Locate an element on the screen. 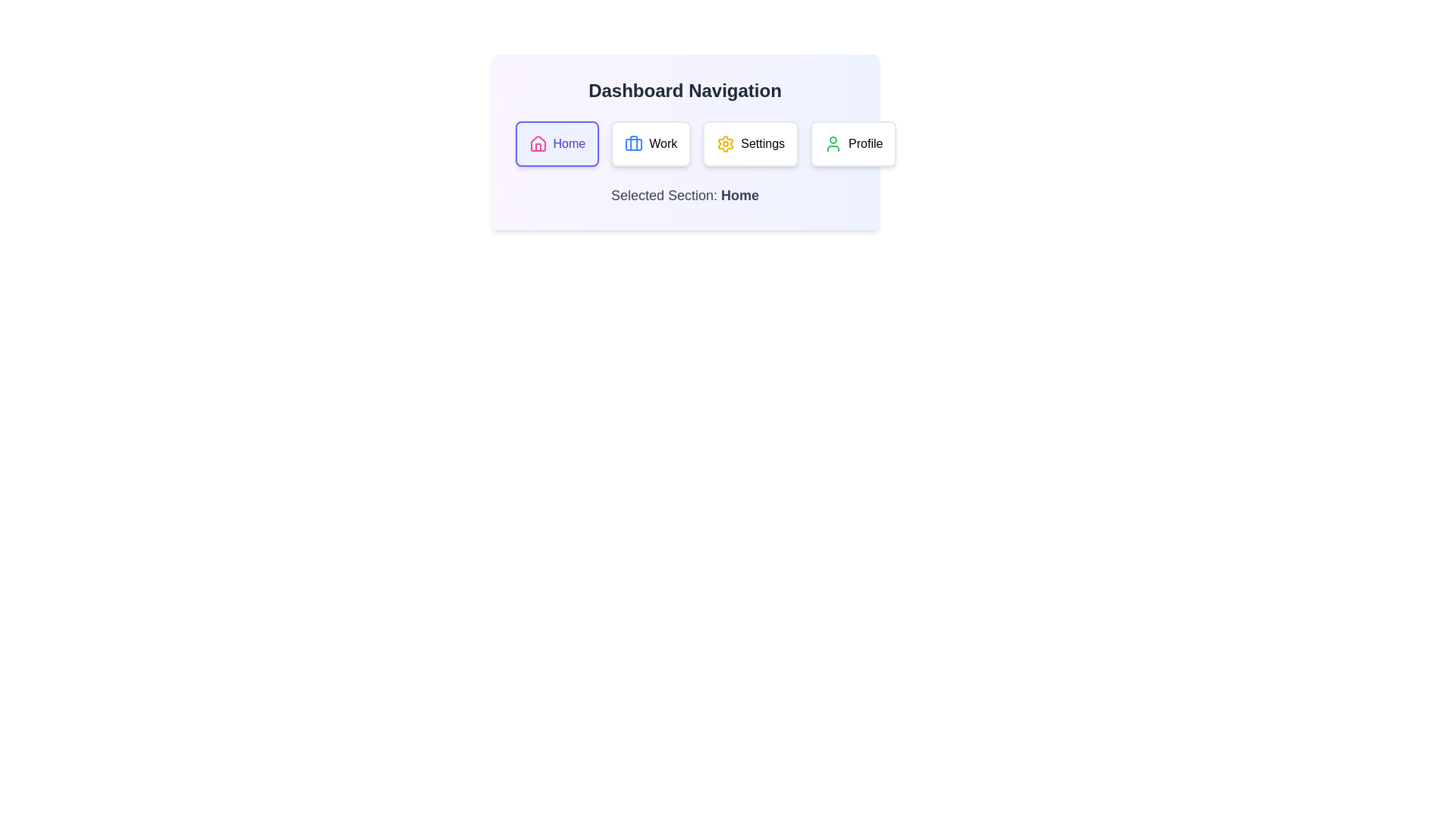 The height and width of the screenshot is (819, 1456). the 'Work' section icon in the navigation menu, which serves as a visual indicator for users to identify the section's purpose is located at coordinates (634, 143).